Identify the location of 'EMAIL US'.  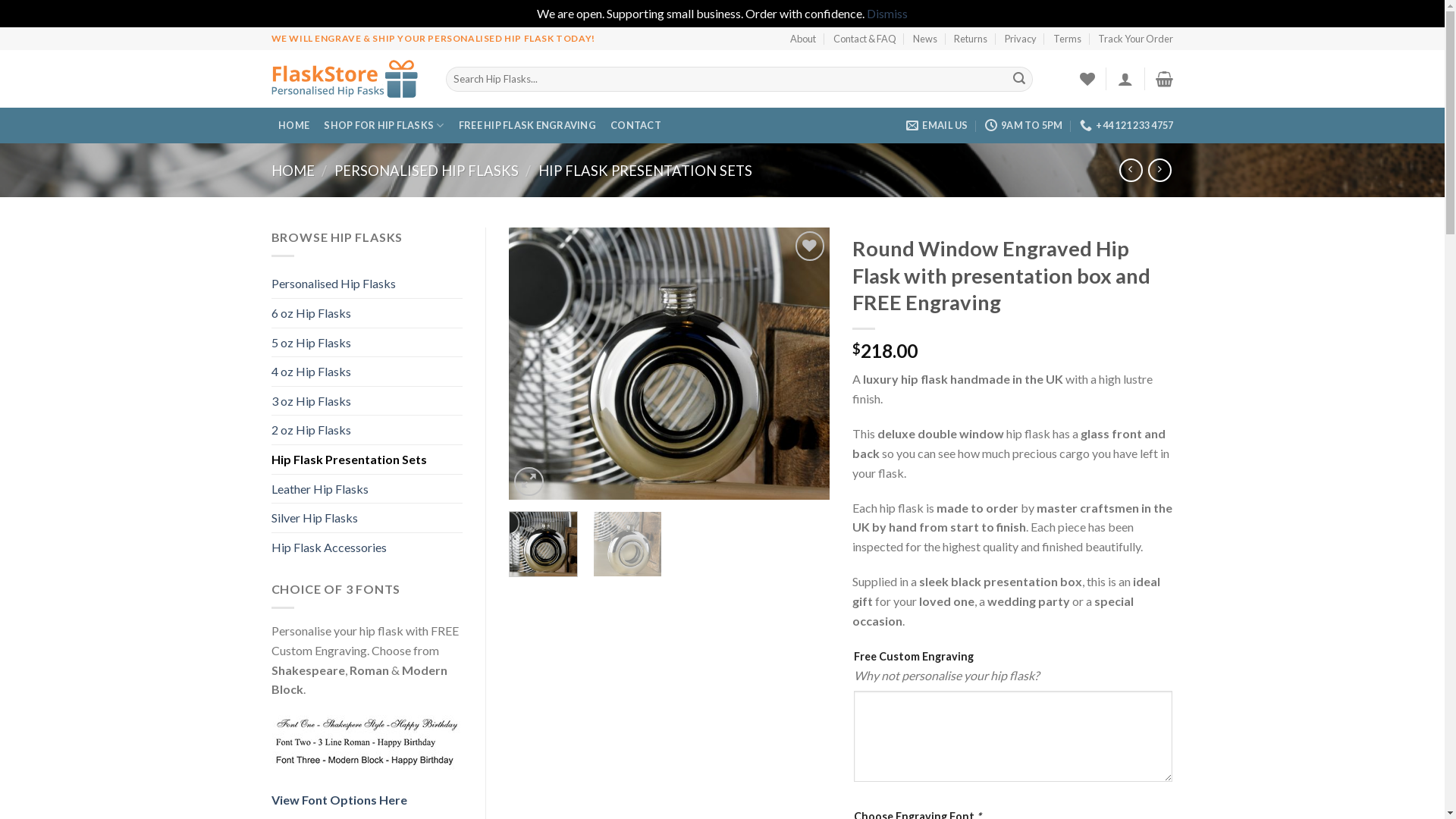
(936, 124).